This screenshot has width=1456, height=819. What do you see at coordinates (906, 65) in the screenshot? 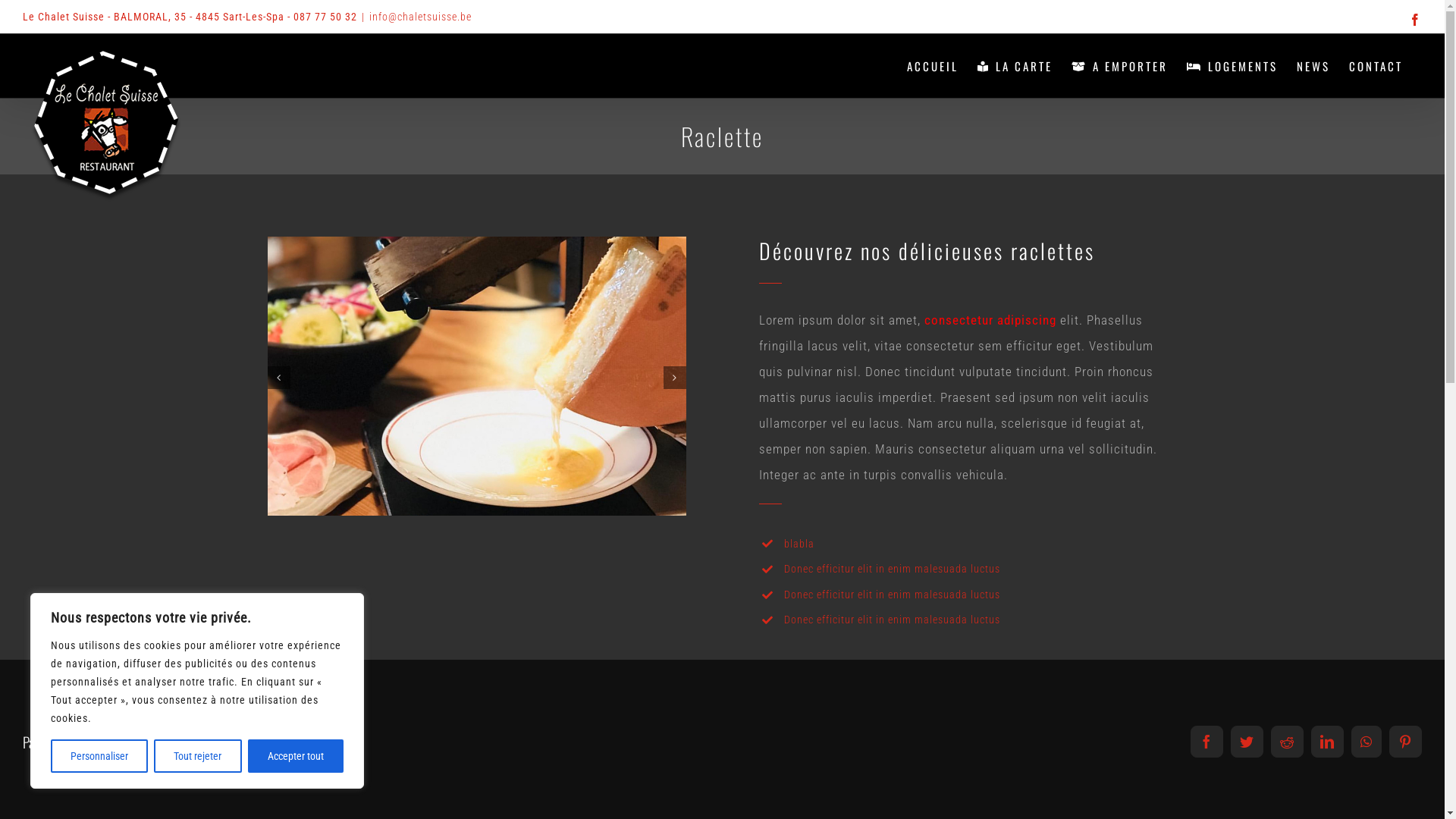
I see `'ACCUEIL'` at bounding box center [906, 65].